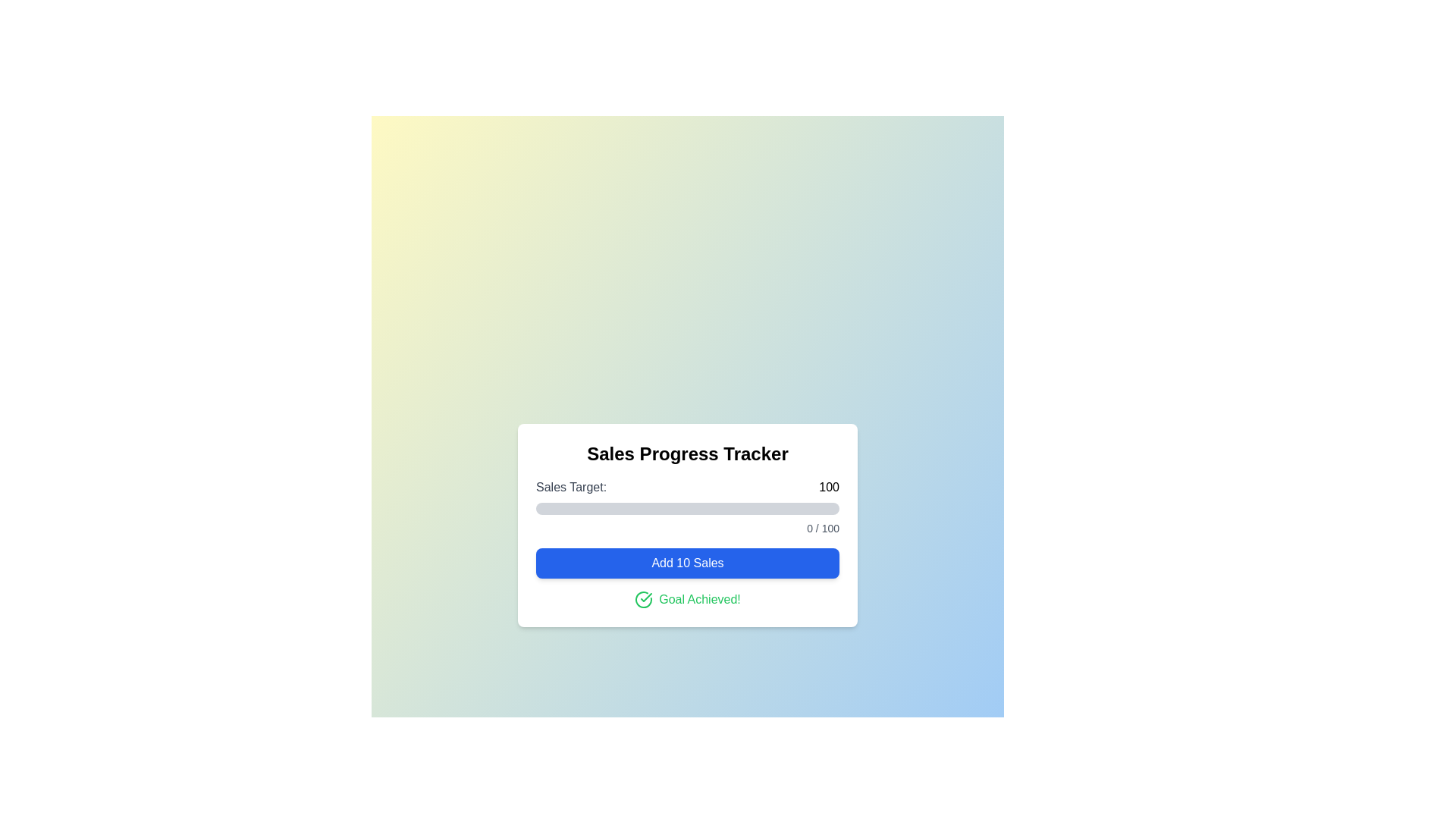 Image resolution: width=1456 pixels, height=819 pixels. Describe the element at coordinates (687, 509) in the screenshot. I see `the horizontal progress bar with a light gray background located beneath the 'Sales Target:' label and above the '0 / 100' progress indicator` at that location.